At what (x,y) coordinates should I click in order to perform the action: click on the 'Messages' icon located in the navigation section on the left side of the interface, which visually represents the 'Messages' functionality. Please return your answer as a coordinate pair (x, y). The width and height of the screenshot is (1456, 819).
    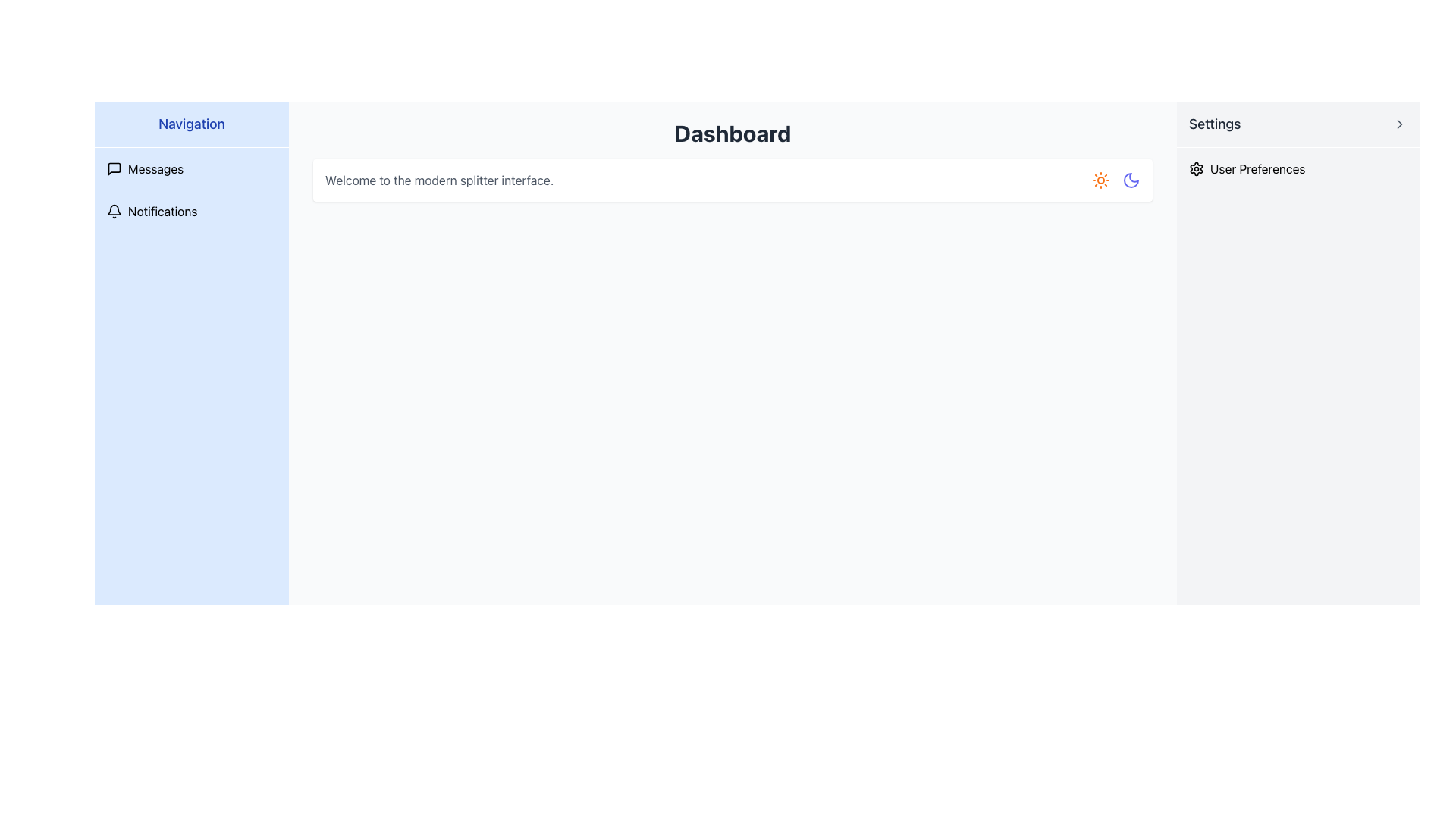
    Looking at the image, I should click on (113, 169).